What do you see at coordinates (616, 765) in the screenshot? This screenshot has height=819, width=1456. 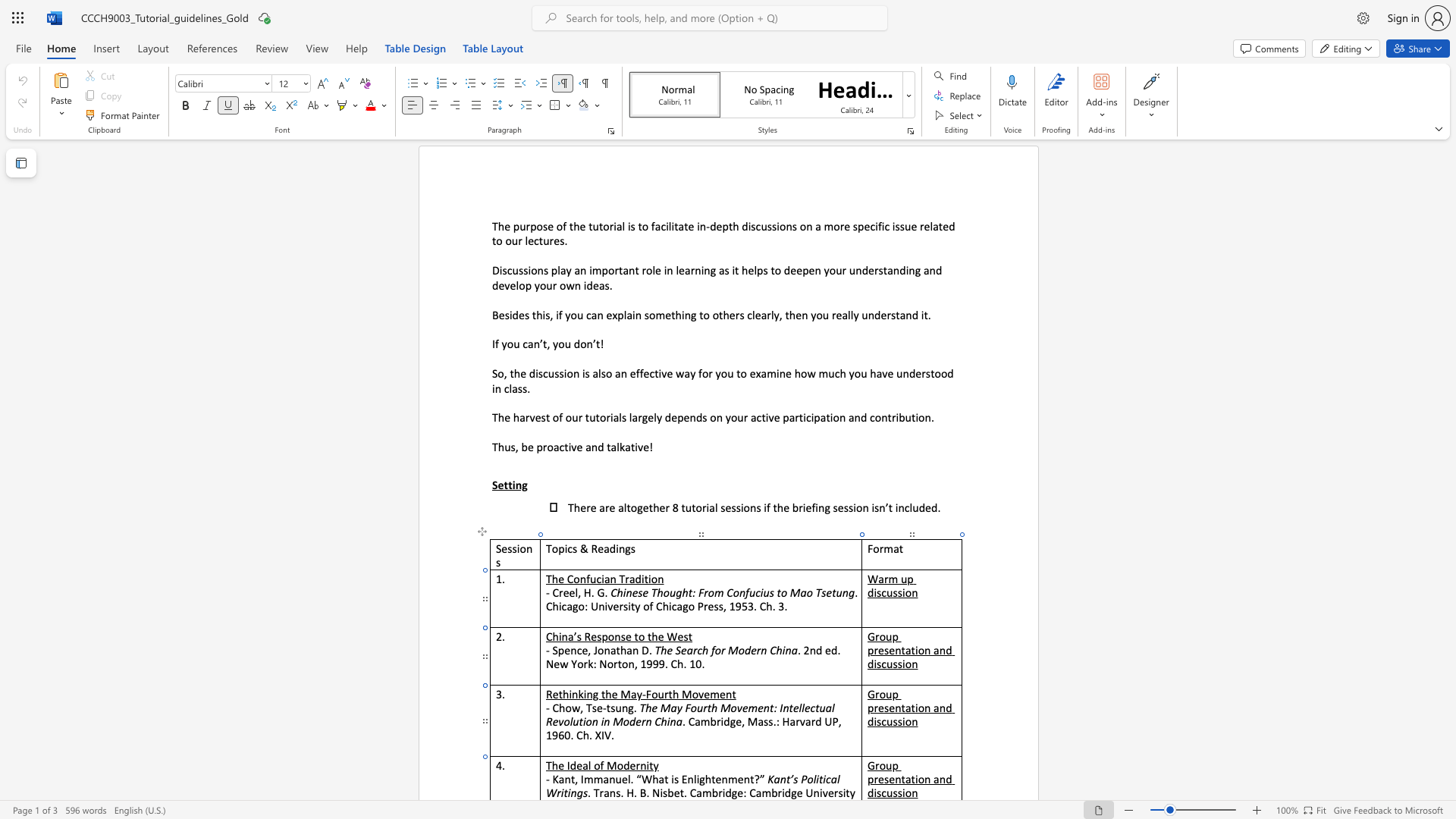 I see `the space between the continuous character "M" and "o" in the text` at bounding box center [616, 765].